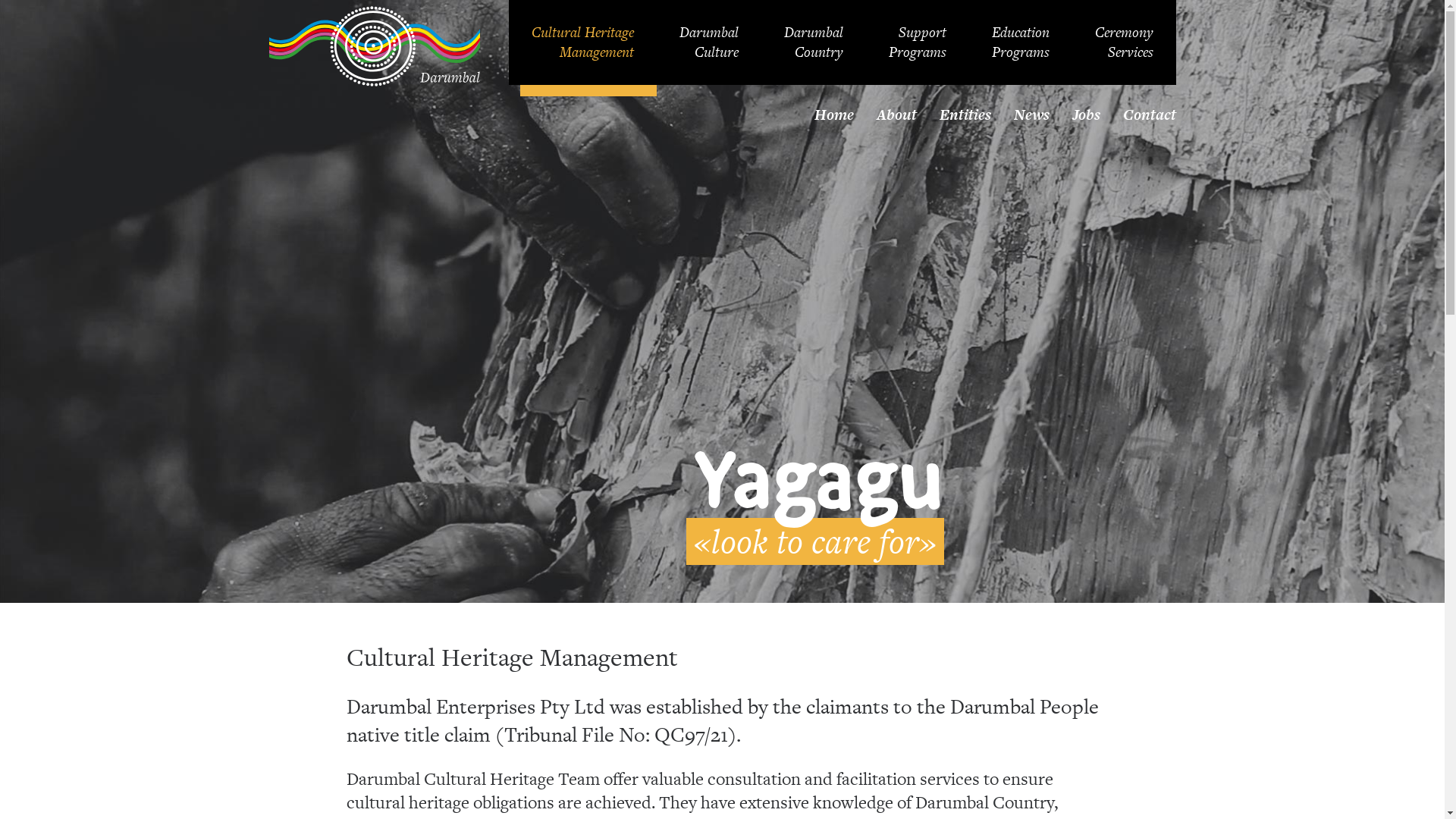 The height and width of the screenshot is (819, 1456). What do you see at coordinates (1020, 42) in the screenshot?
I see `'Education` at bounding box center [1020, 42].